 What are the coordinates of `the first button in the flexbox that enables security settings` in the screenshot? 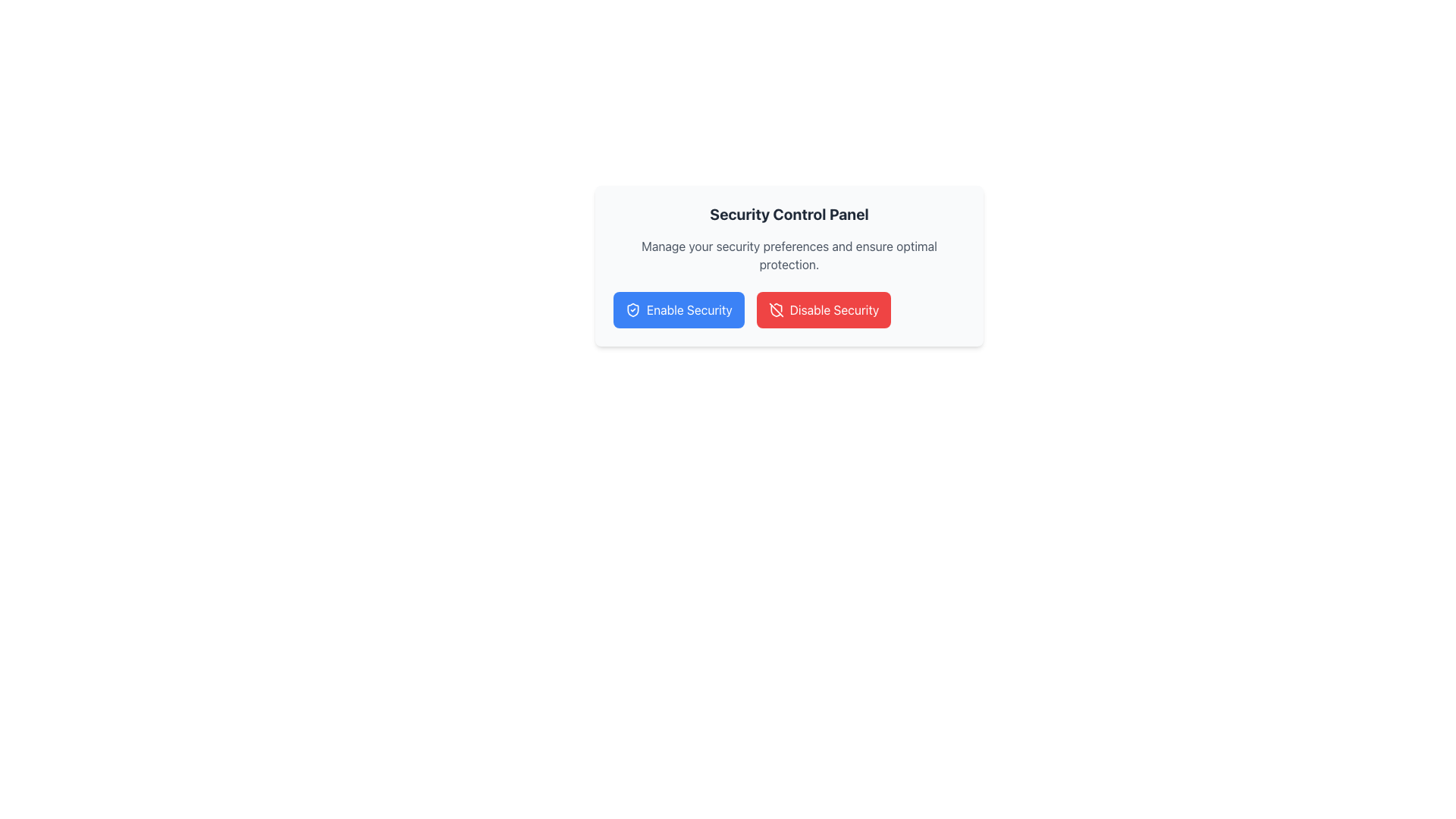 It's located at (678, 309).